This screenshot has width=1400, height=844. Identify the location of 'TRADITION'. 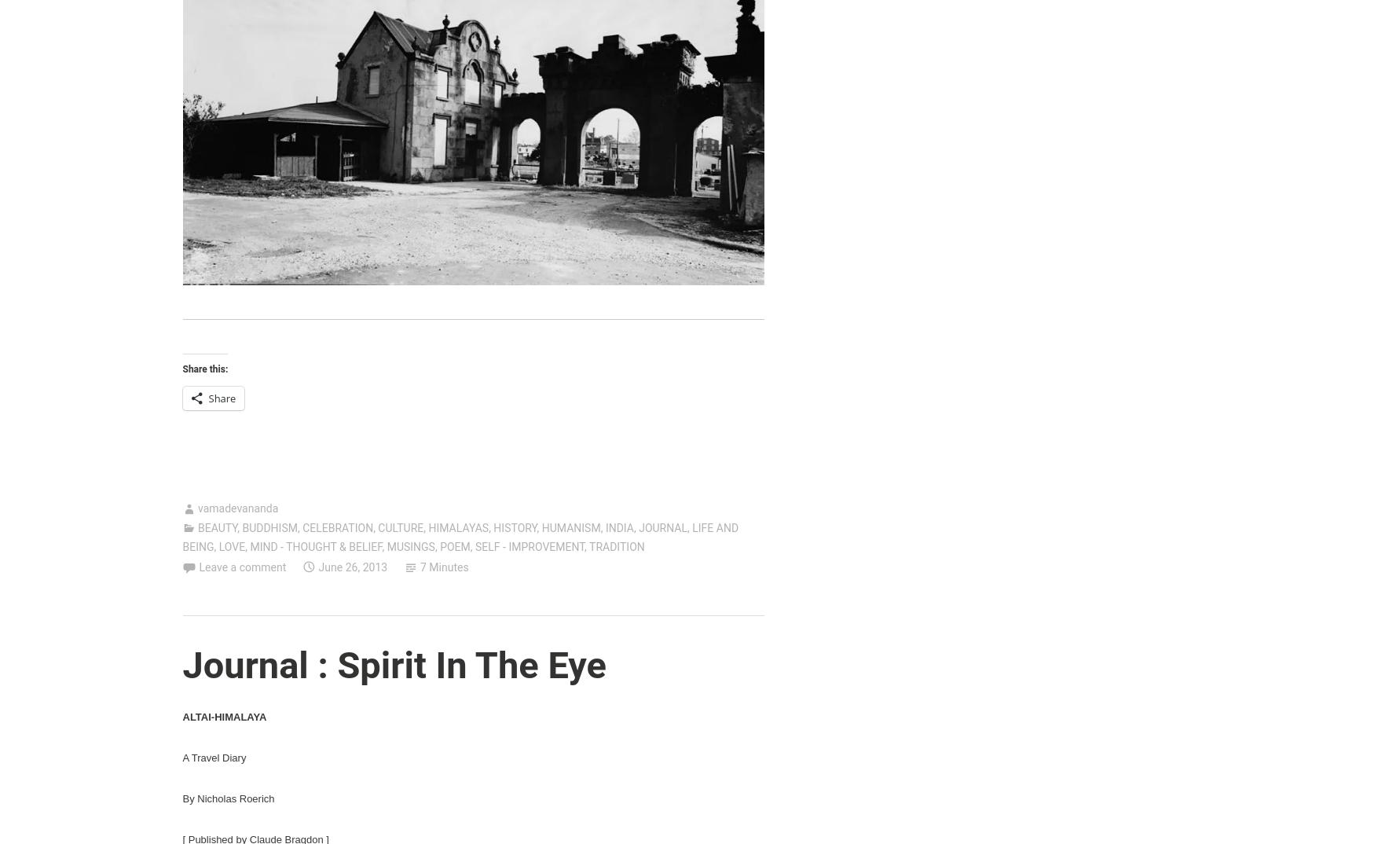
(616, 545).